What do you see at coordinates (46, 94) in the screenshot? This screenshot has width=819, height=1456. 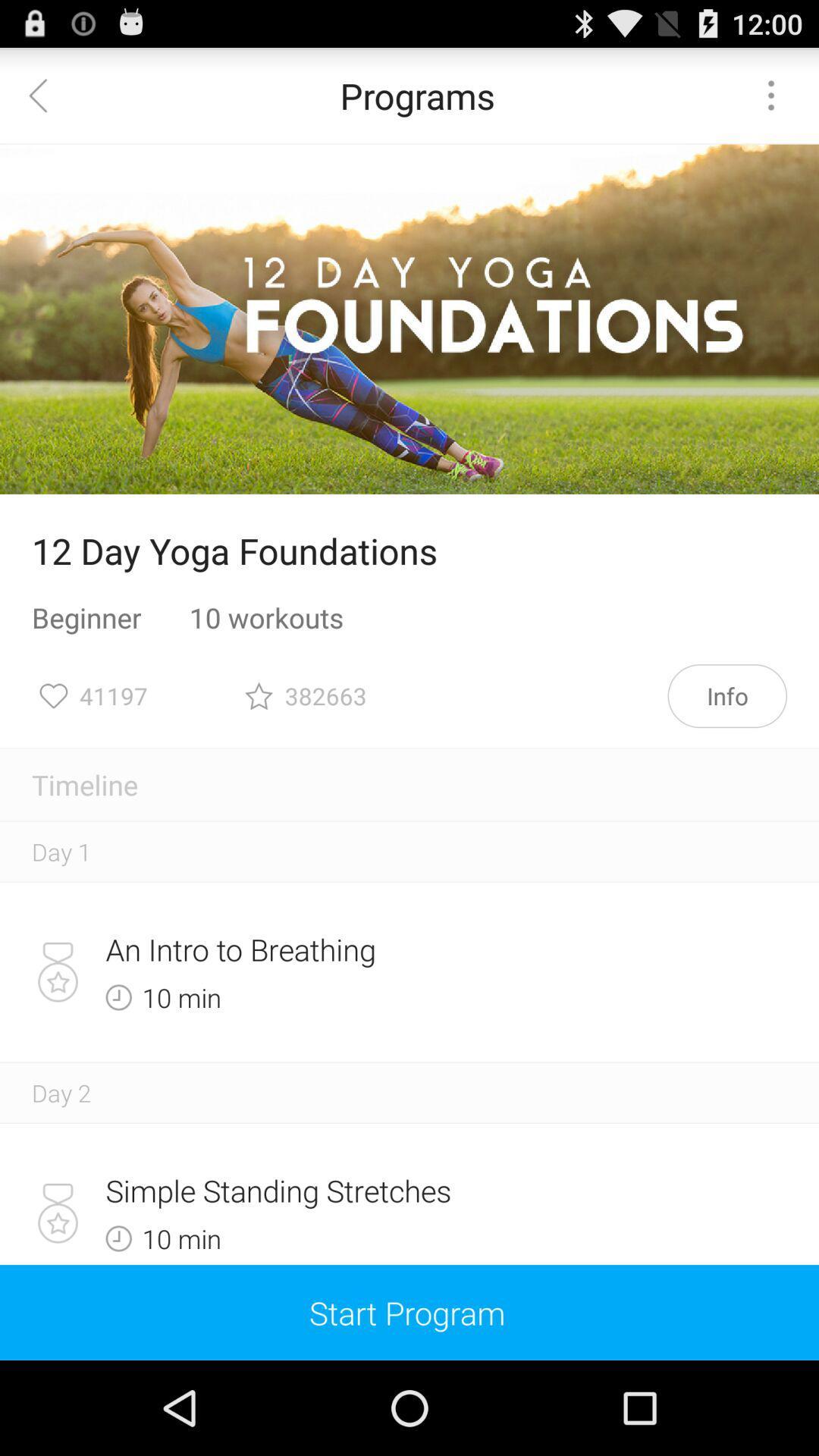 I see `go back` at bounding box center [46, 94].